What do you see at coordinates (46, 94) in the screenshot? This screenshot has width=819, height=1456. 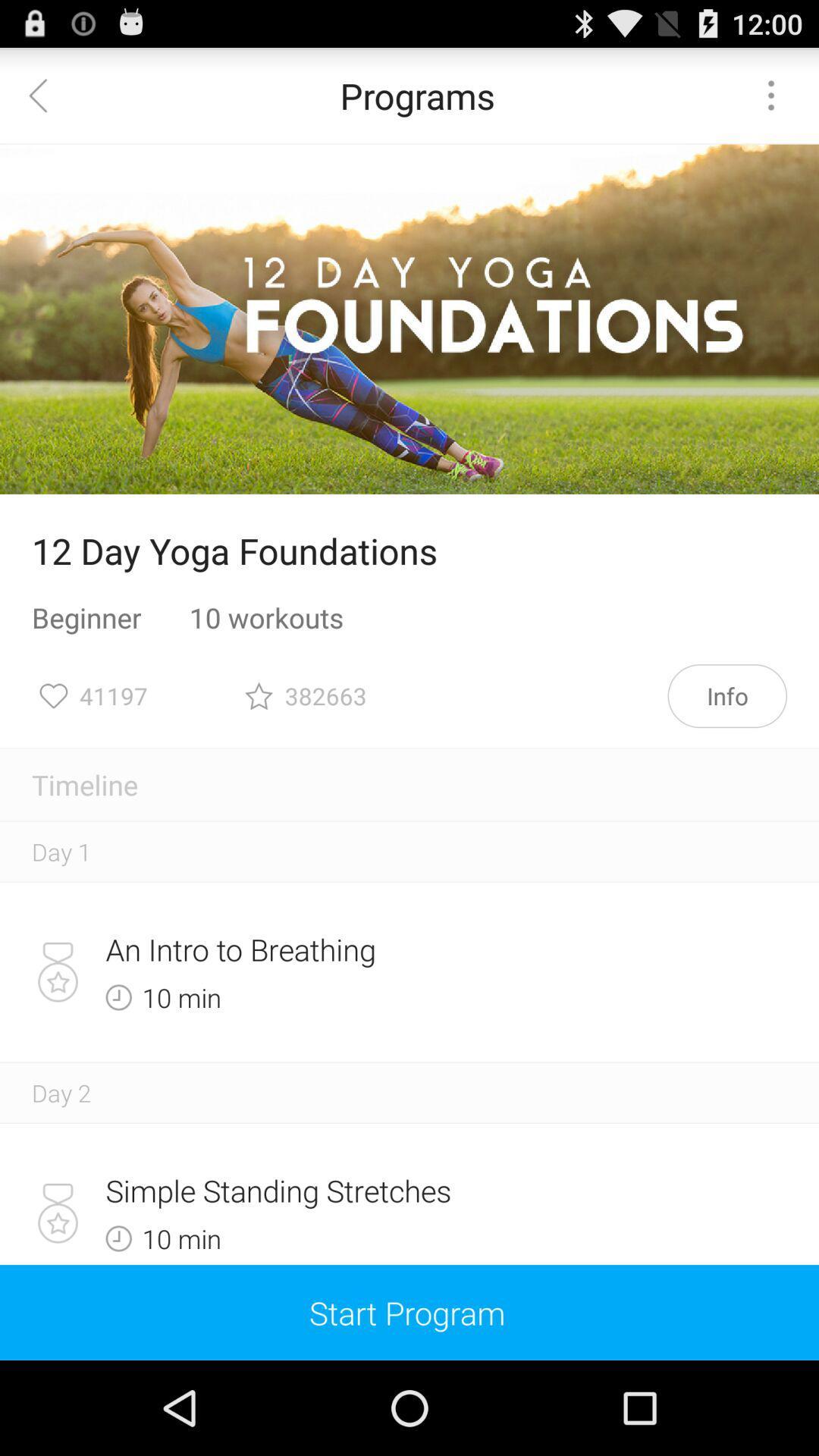 I see `go back` at bounding box center [46, 94].